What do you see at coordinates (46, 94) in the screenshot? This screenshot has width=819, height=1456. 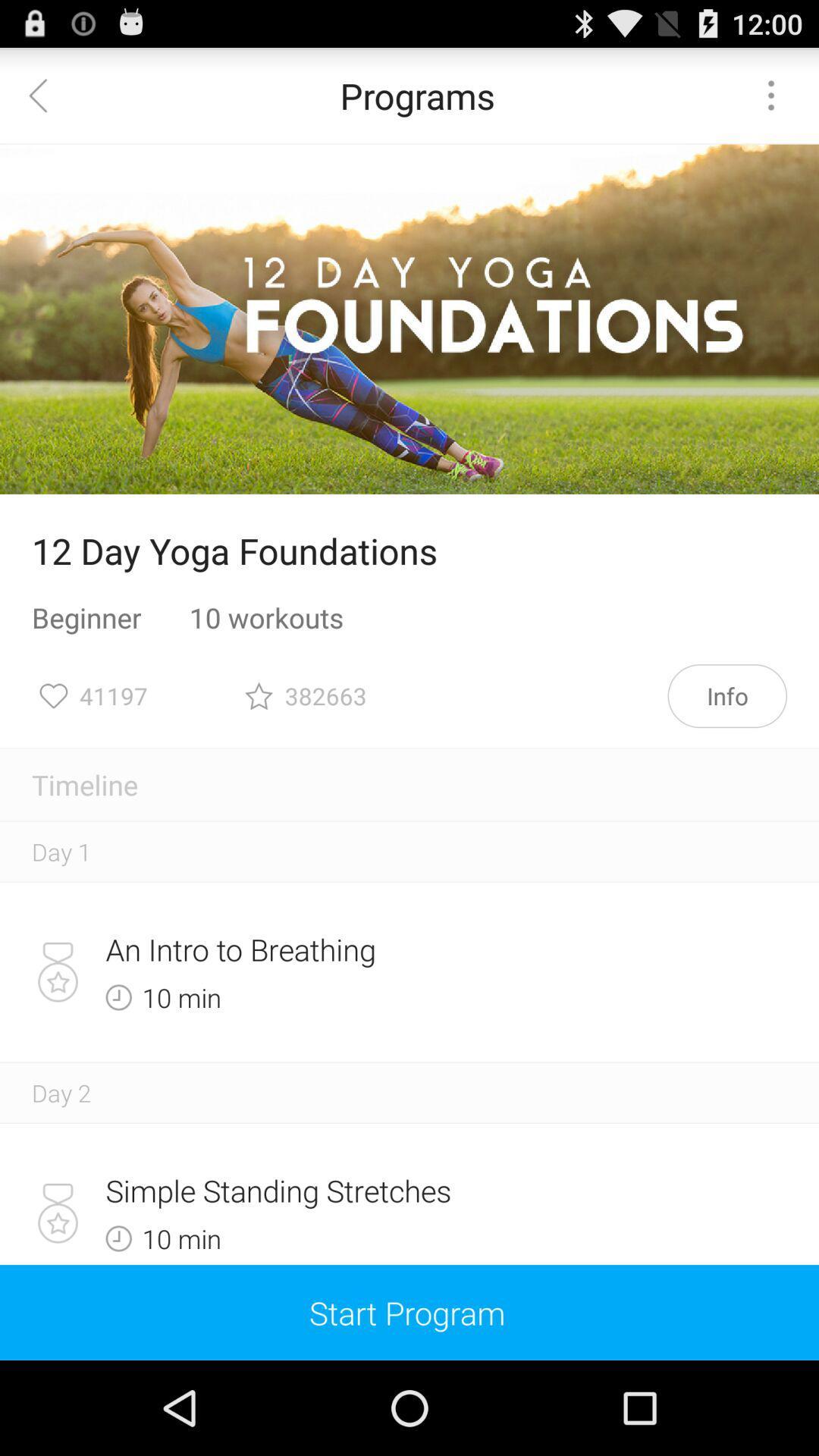 I see `go back` at bounding box center [46, 94].